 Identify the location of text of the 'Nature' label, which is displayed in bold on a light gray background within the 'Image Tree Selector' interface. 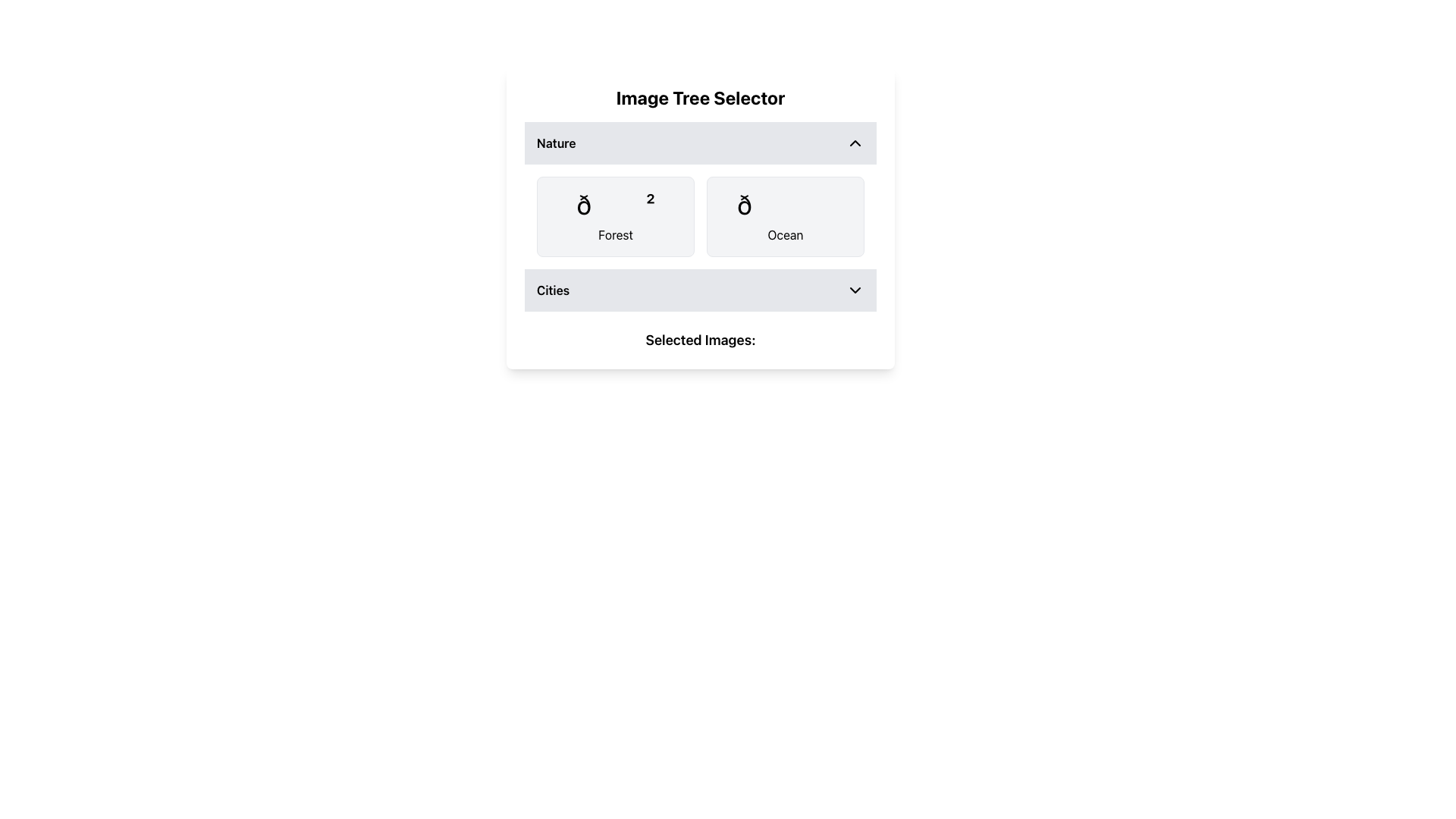
(555, 143).